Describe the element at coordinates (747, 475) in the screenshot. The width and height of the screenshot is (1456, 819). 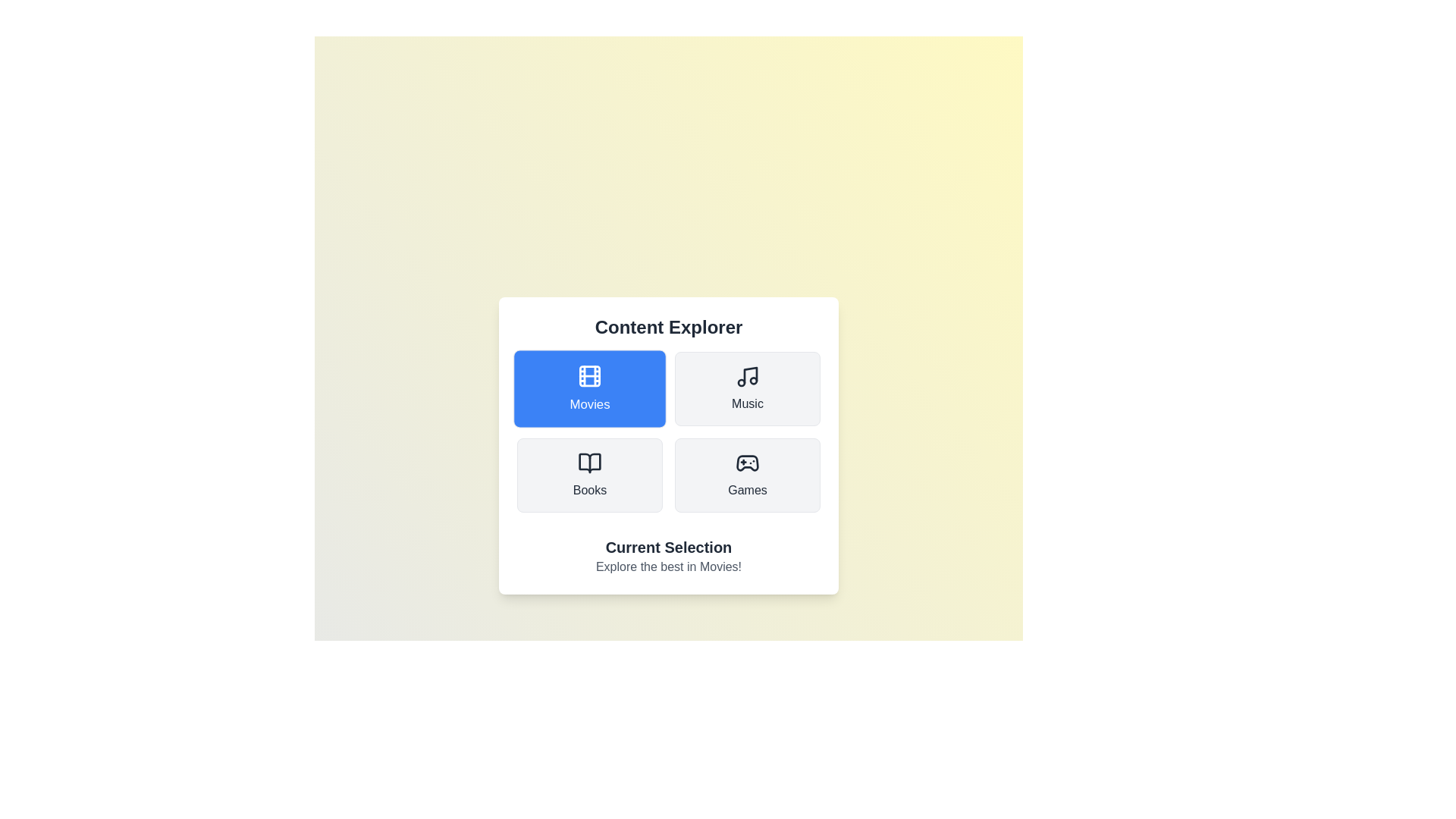
I see `the category Games by clicking on its button` at that location.